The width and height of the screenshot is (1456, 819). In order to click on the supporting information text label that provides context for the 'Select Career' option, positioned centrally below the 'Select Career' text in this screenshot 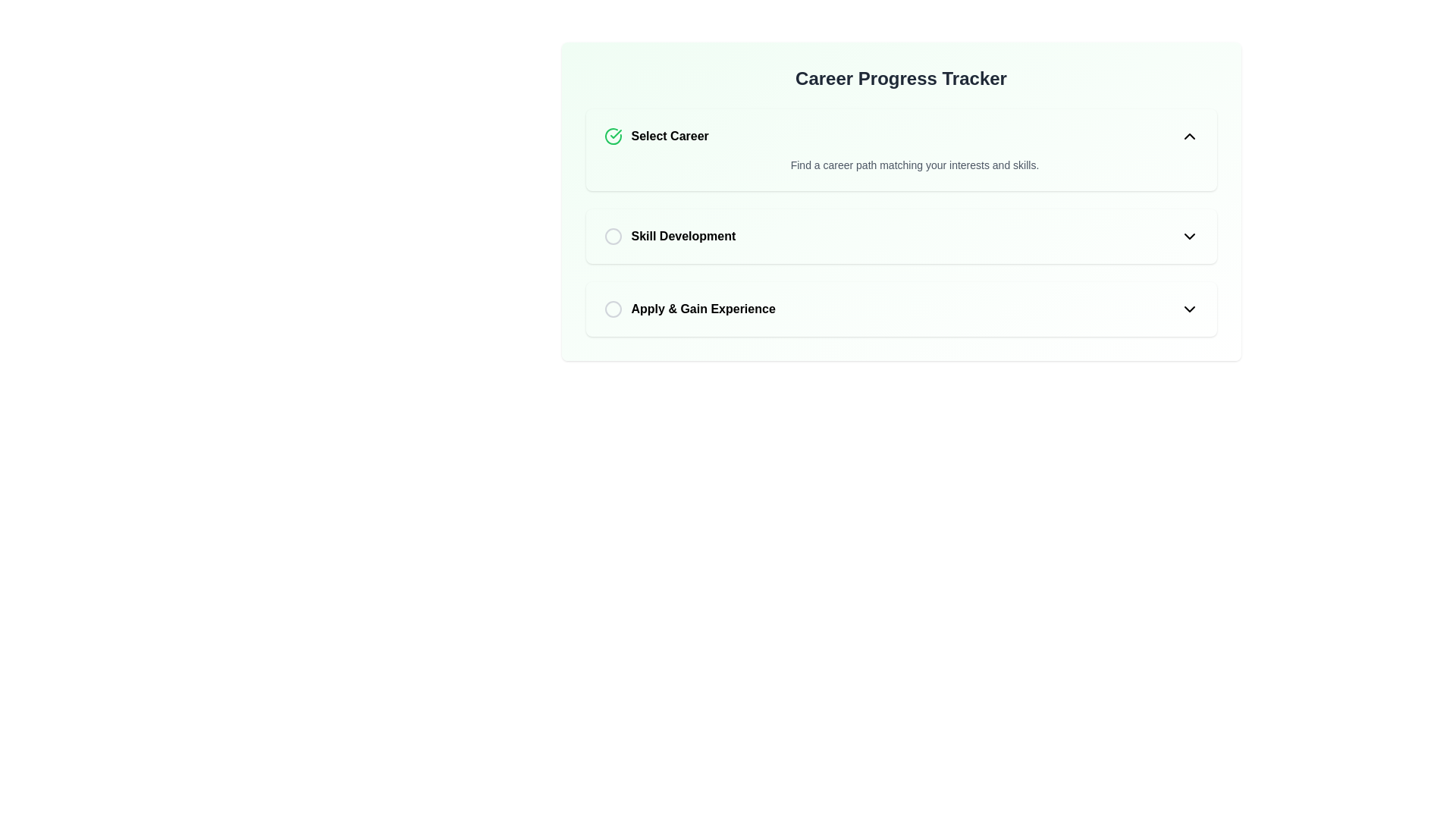, I will do `click(901, 165)`.